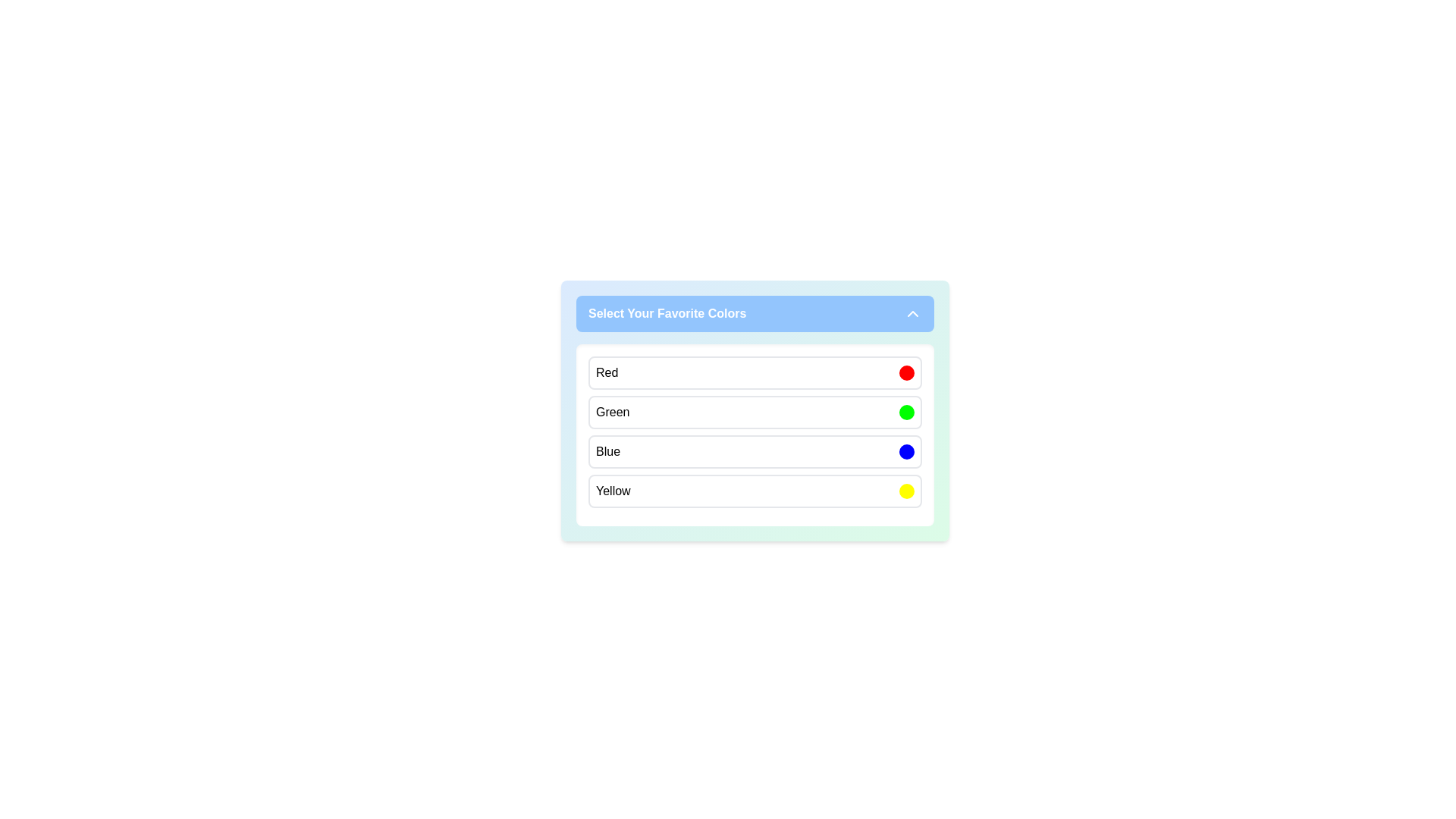 The height and width of the screenshot is (819, 1456). I want to click on the 'Green' item from the color selection list, which is the second item positioned below 'Red' and above 'Blue', so click(755, 412).